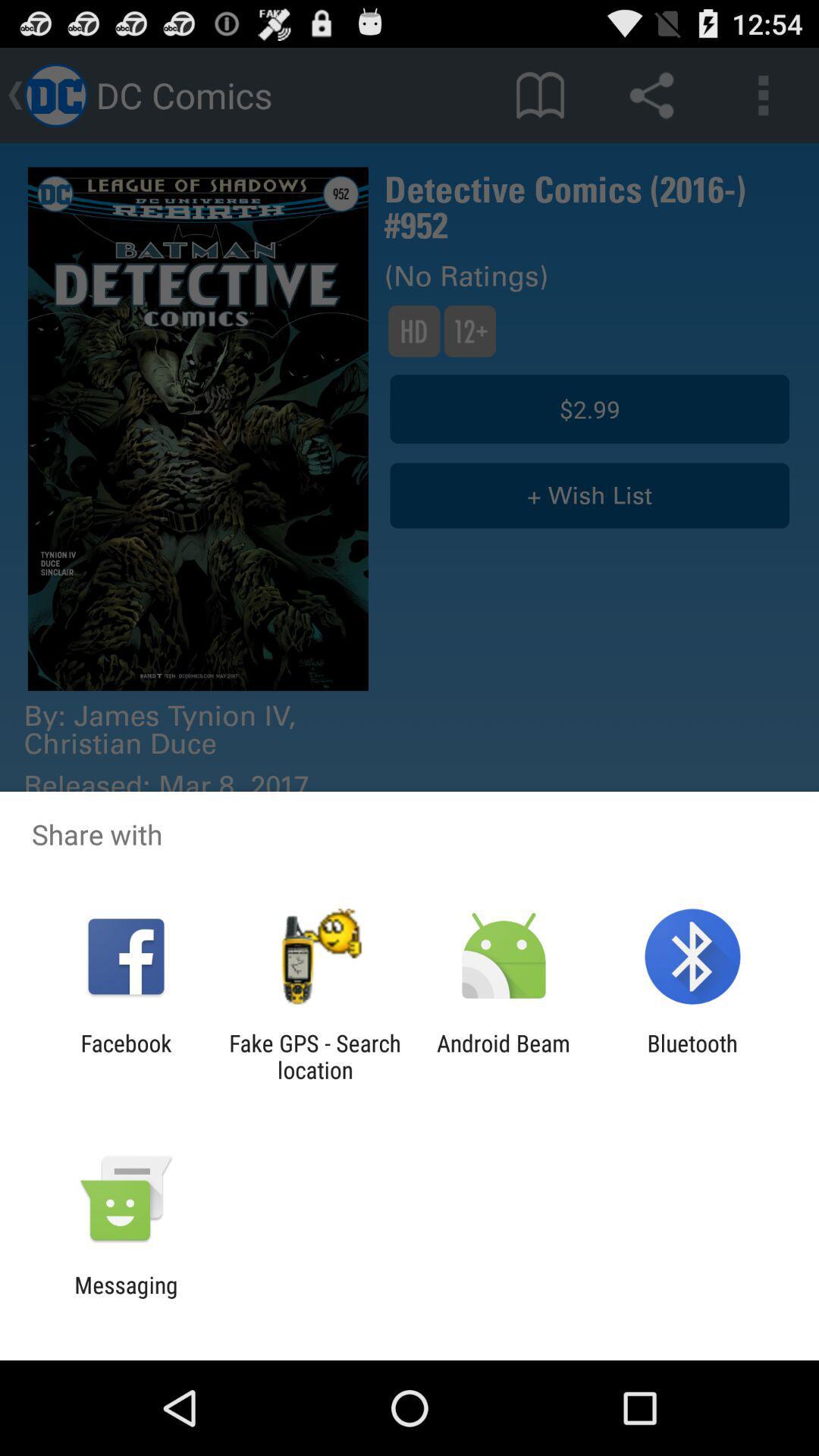 Image resolution: width=819 pixels, height=1456 pixels. What do you see at coordinates (504, 1056) in the screenshot?
I see `the android beam app` at bounding box center [504, 1056].